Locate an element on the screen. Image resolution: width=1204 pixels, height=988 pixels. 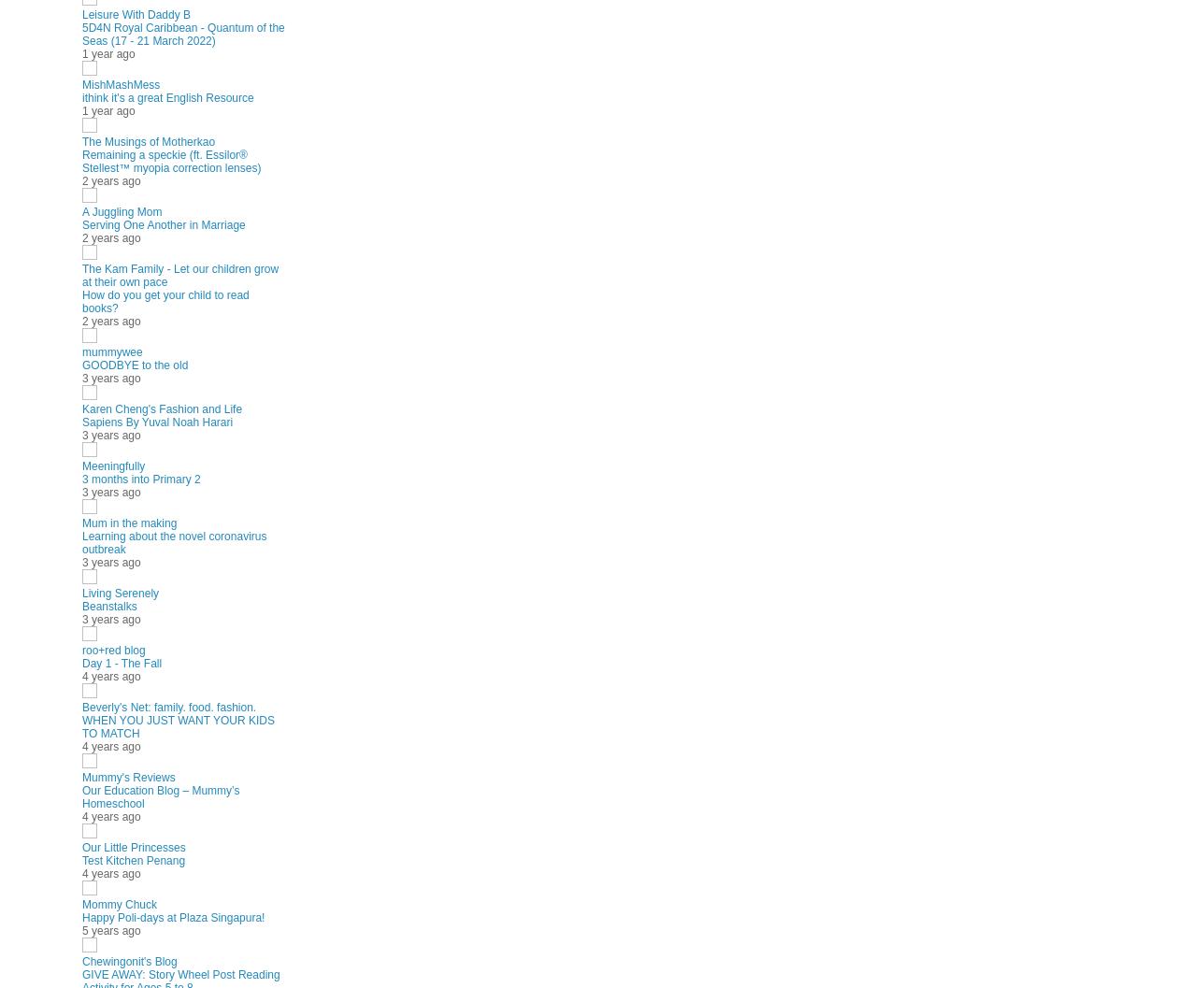
'Beanstalks' is located at coordinates (108, 606).